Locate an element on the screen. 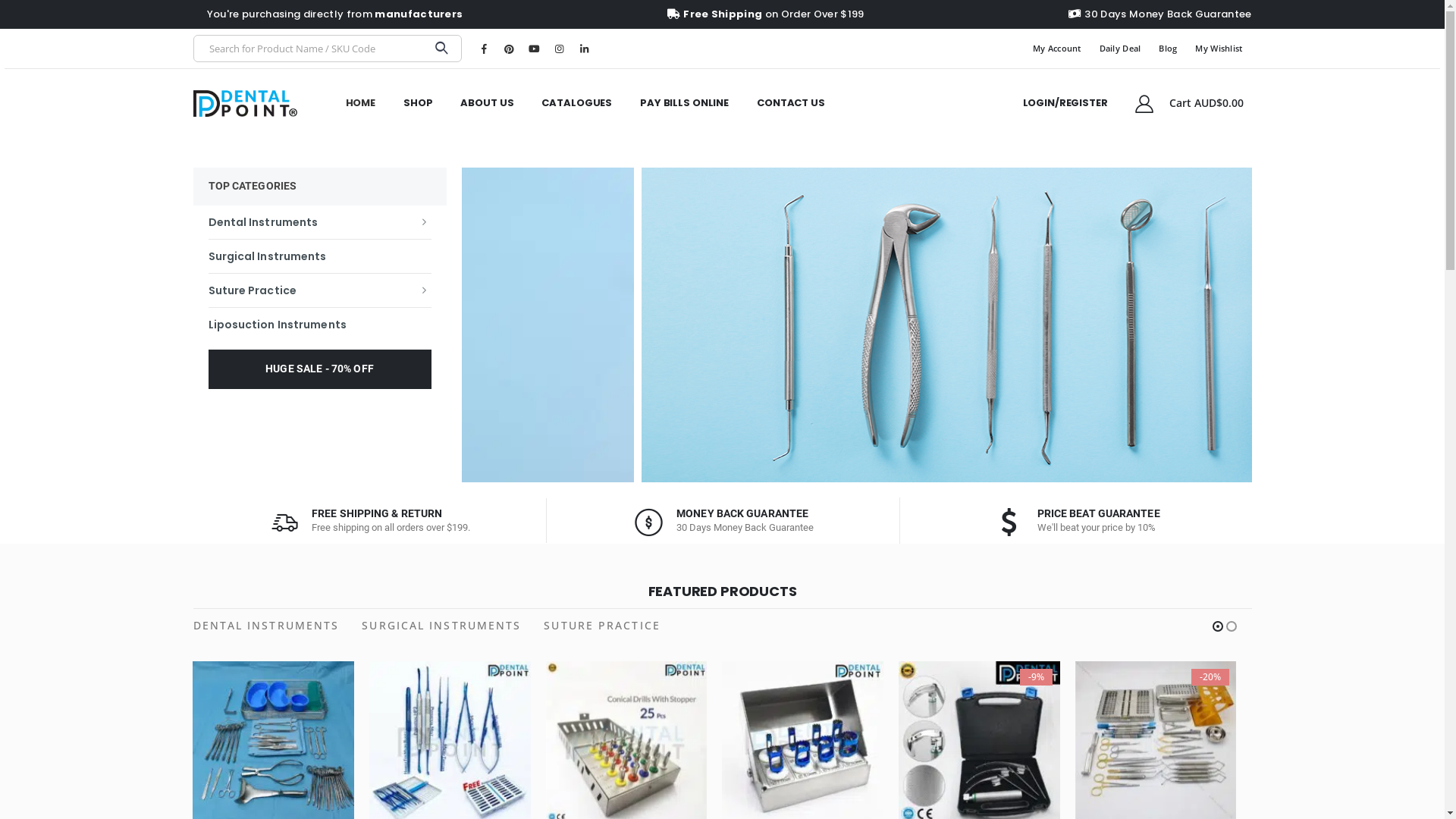 Image resolution: width=1456 pixels, height=819 pixels. 'SURGICAL INSTRUMENTS' is located at coordinates (440, 626).